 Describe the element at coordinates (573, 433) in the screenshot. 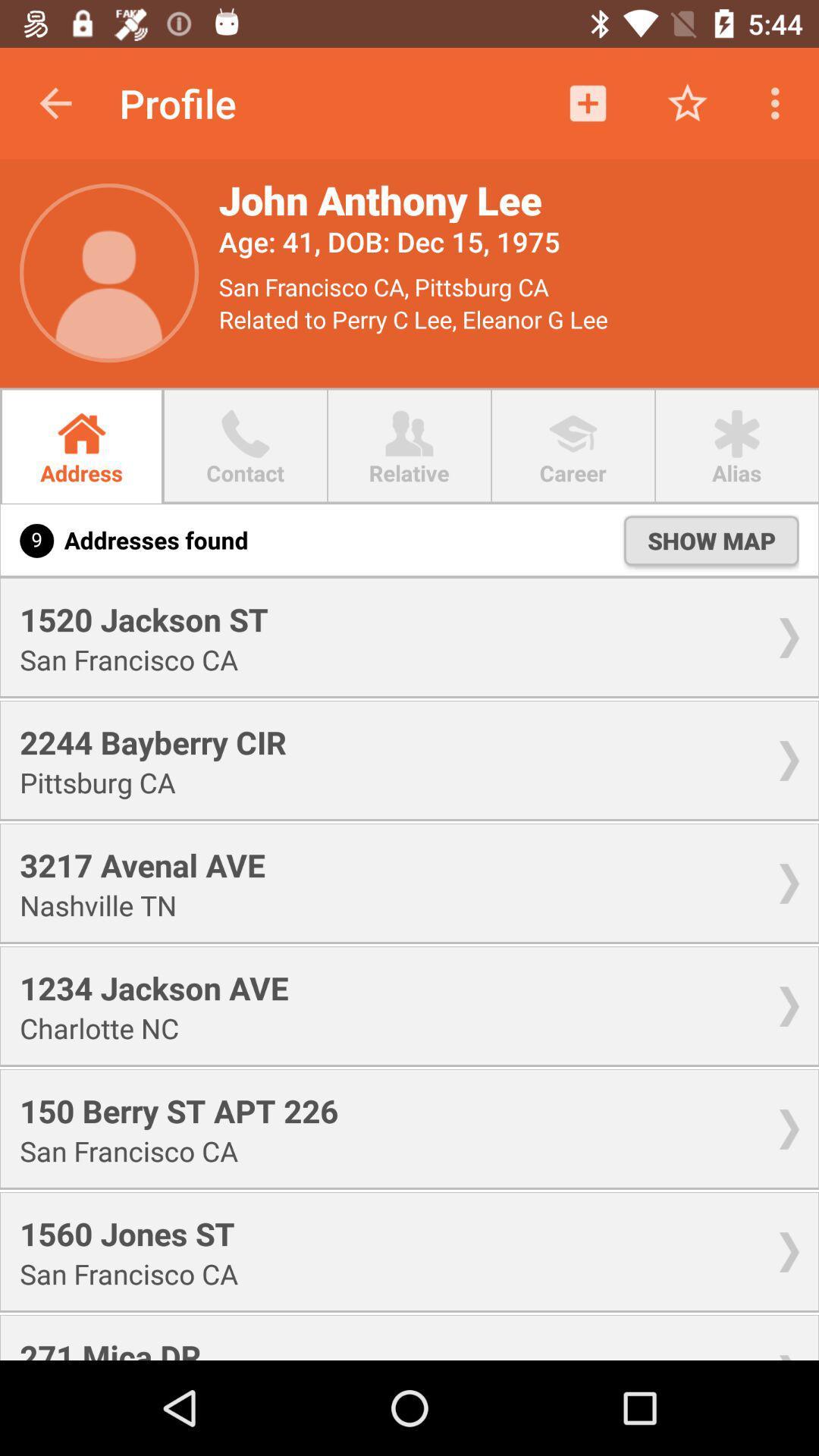

I see `the icon with the text career` at that location.